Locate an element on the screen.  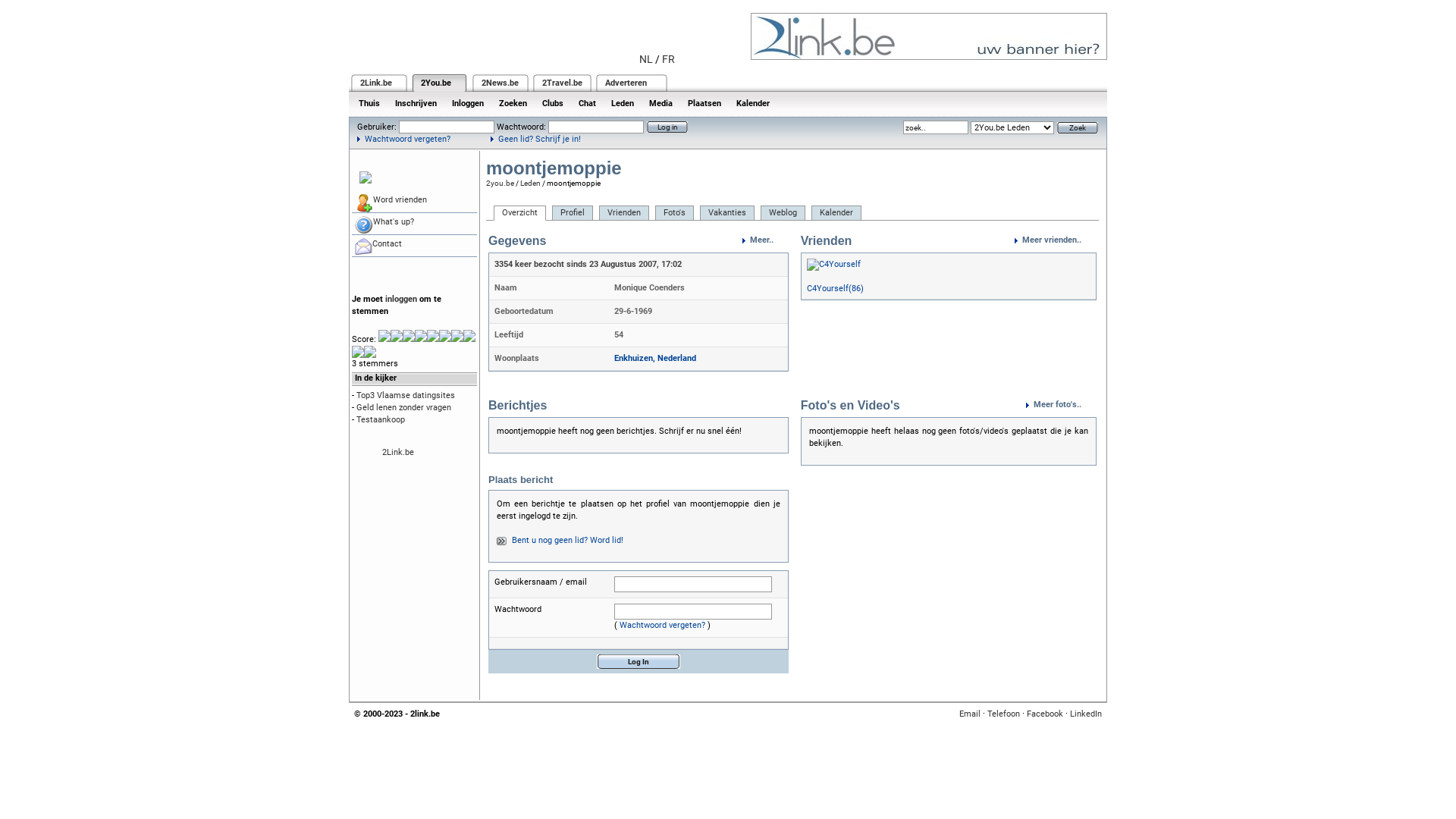
'Kalender' is located at coordinates (753, 102).